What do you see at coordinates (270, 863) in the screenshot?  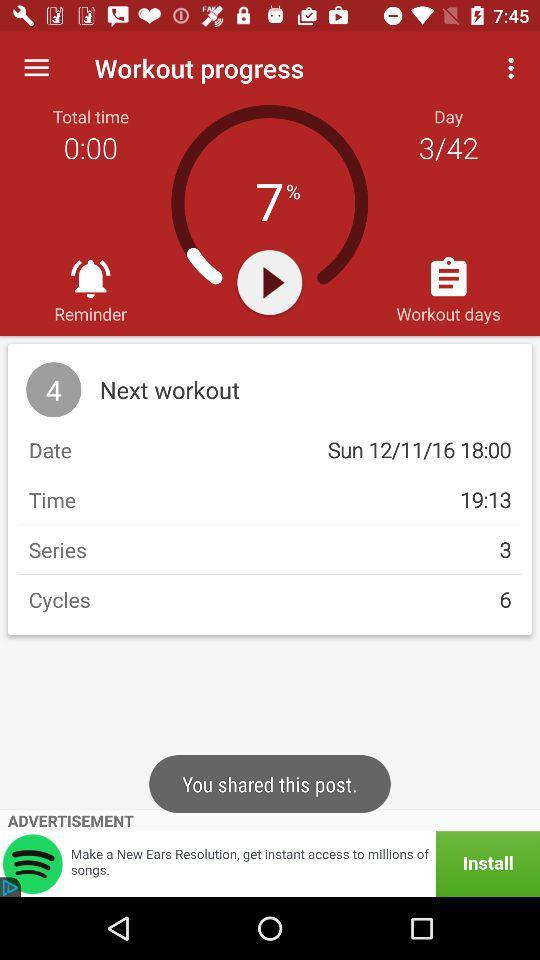 I see `item below the advertisement` at bounding box center [270, 863].